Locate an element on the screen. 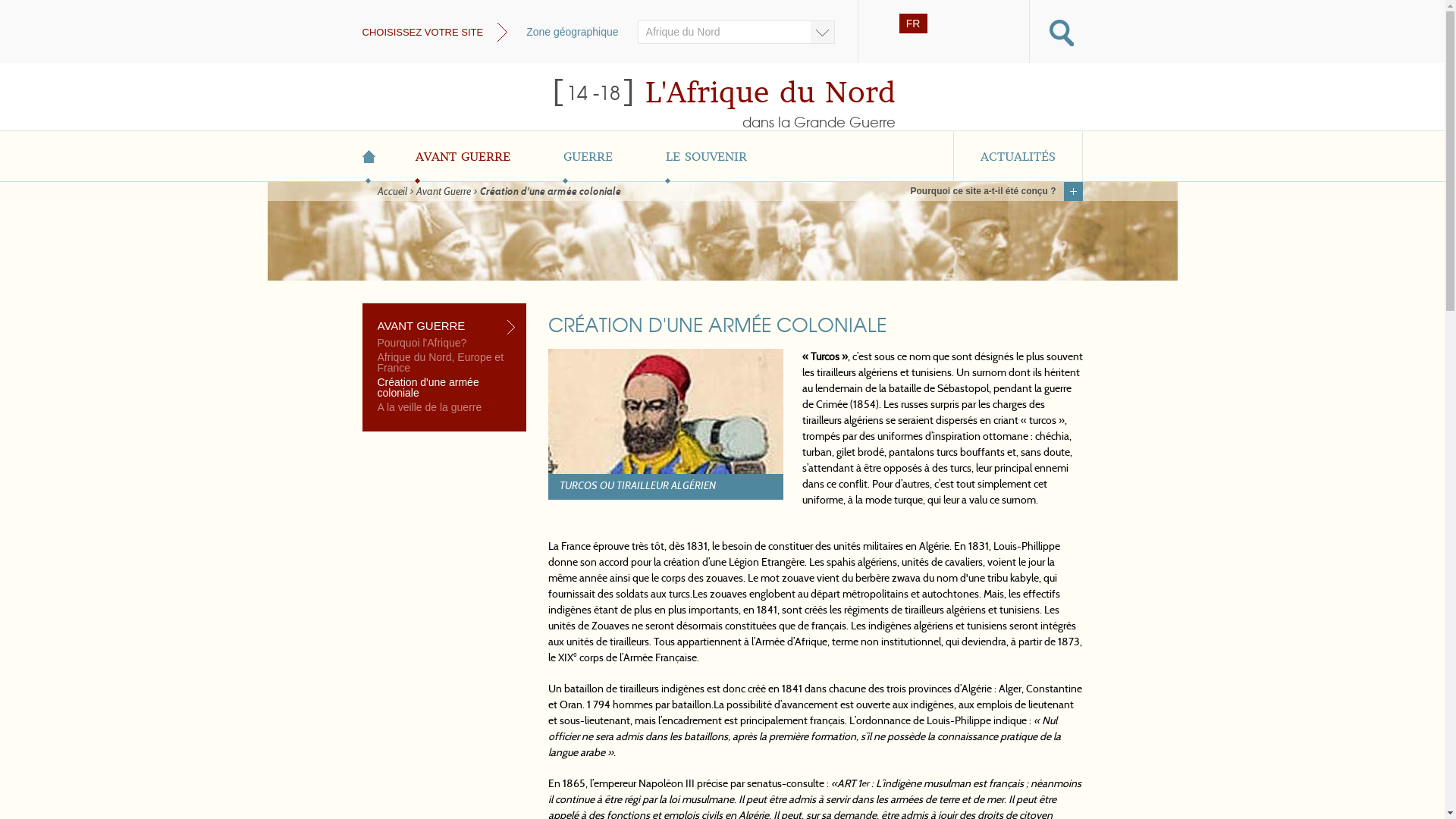 The height and width of the screenshot is (819, 1456). 'Accueil' is located at coordinates (392, 191).